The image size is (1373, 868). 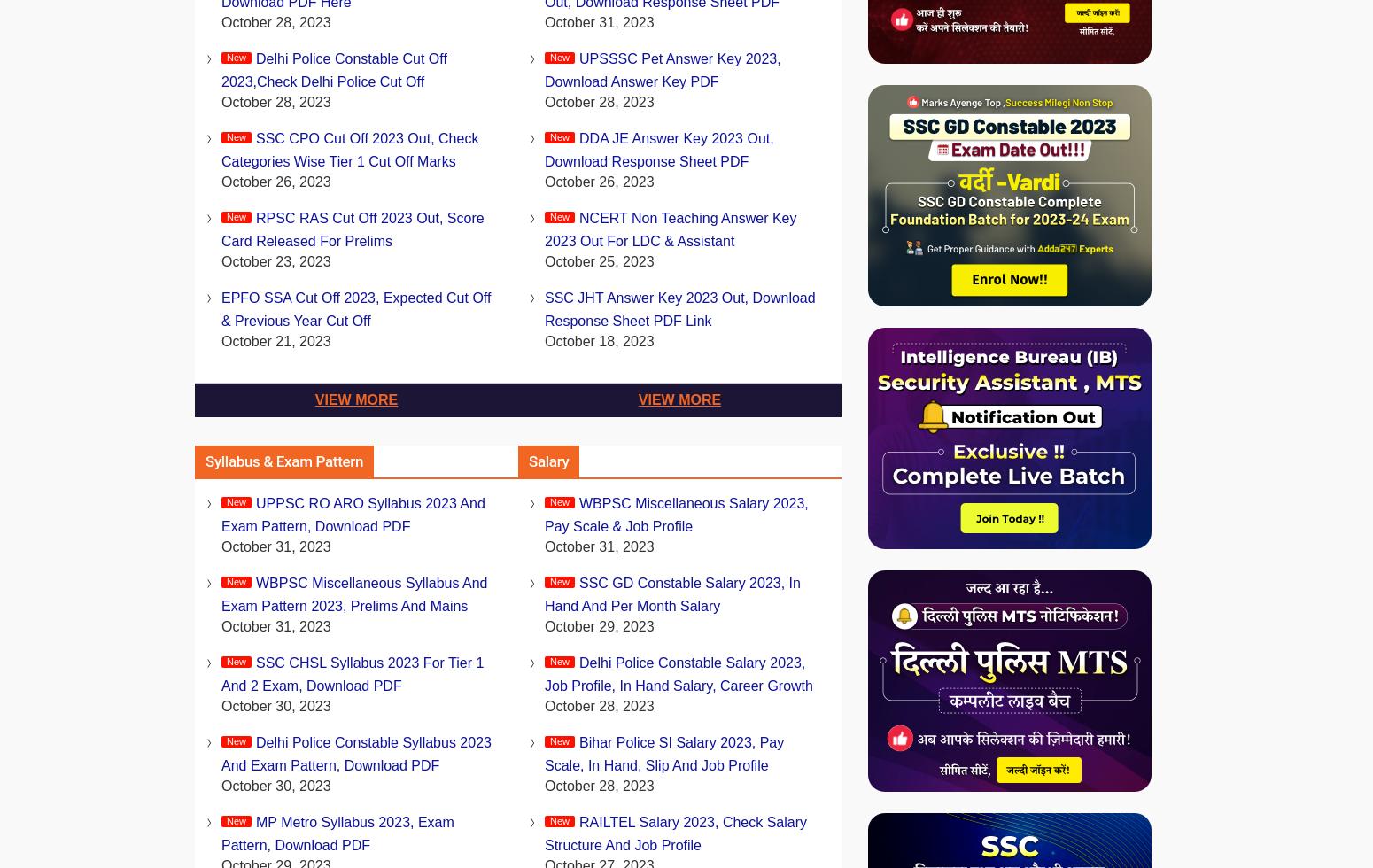 I want to click on 'EPFO SSA Cut Off 2023, Expected Cut Off & Previous Year Cut Off', so click(x=356, y=309).